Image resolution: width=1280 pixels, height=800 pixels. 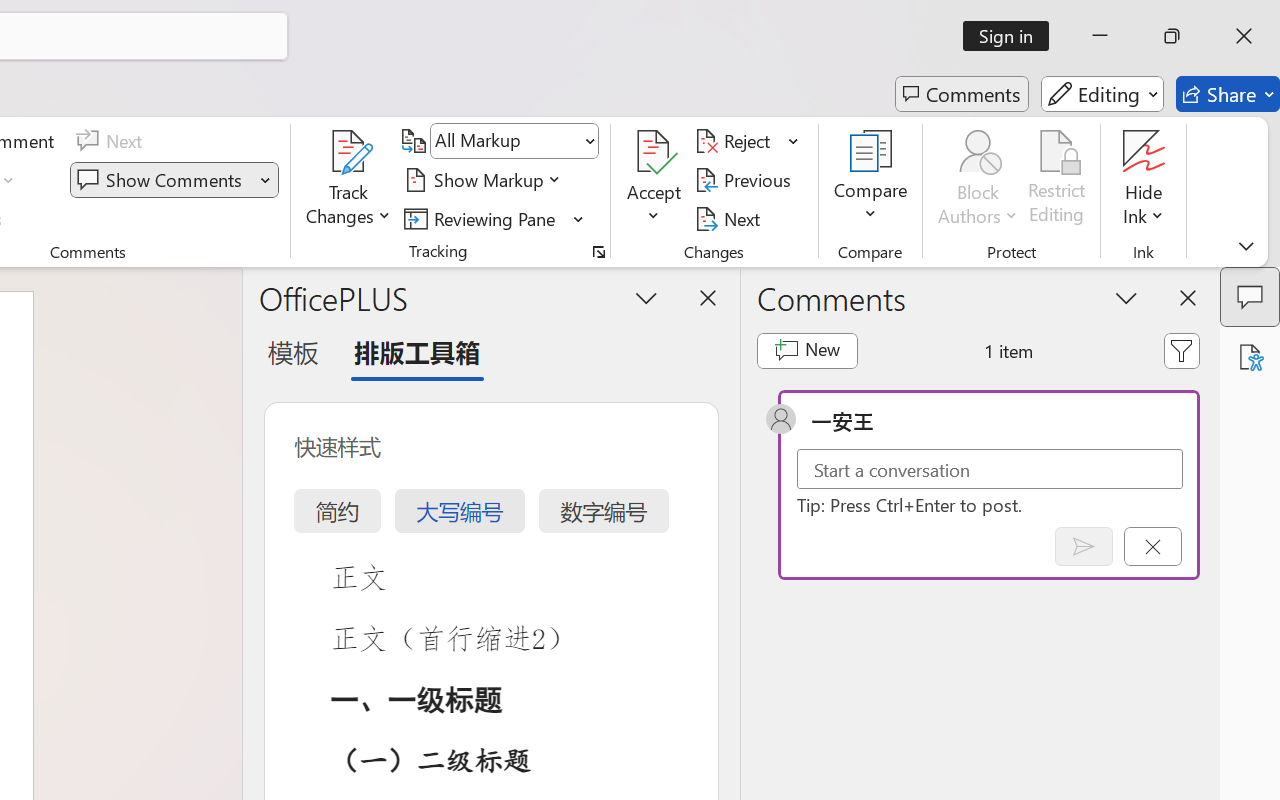 What do you see at coordinates (1182, 350) in the screenshot?
I see `'Filter'` at bounding box center [1182, 350].